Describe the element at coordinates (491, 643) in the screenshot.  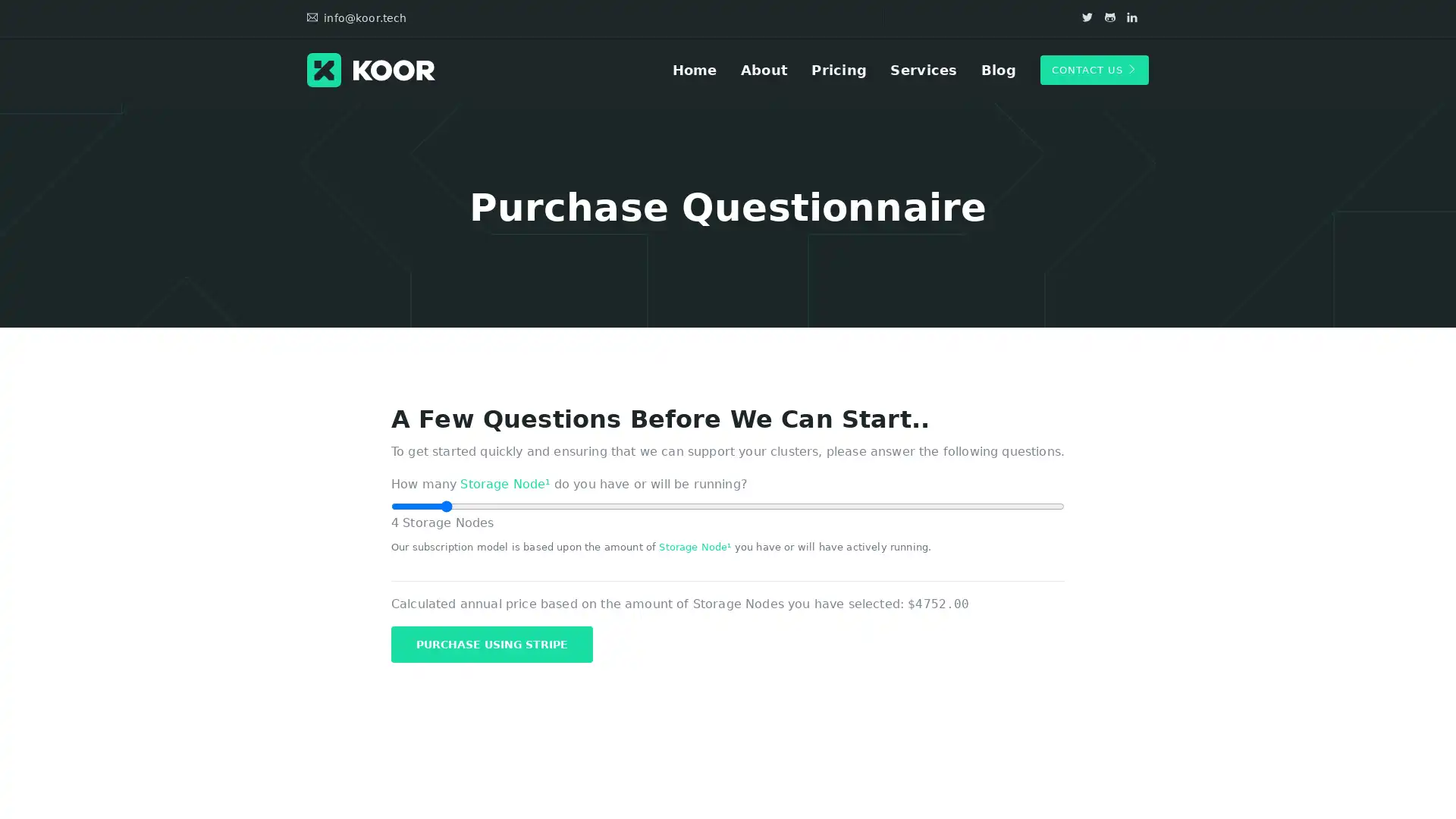
I see `PURCHASE USING STRIPE` at that location.